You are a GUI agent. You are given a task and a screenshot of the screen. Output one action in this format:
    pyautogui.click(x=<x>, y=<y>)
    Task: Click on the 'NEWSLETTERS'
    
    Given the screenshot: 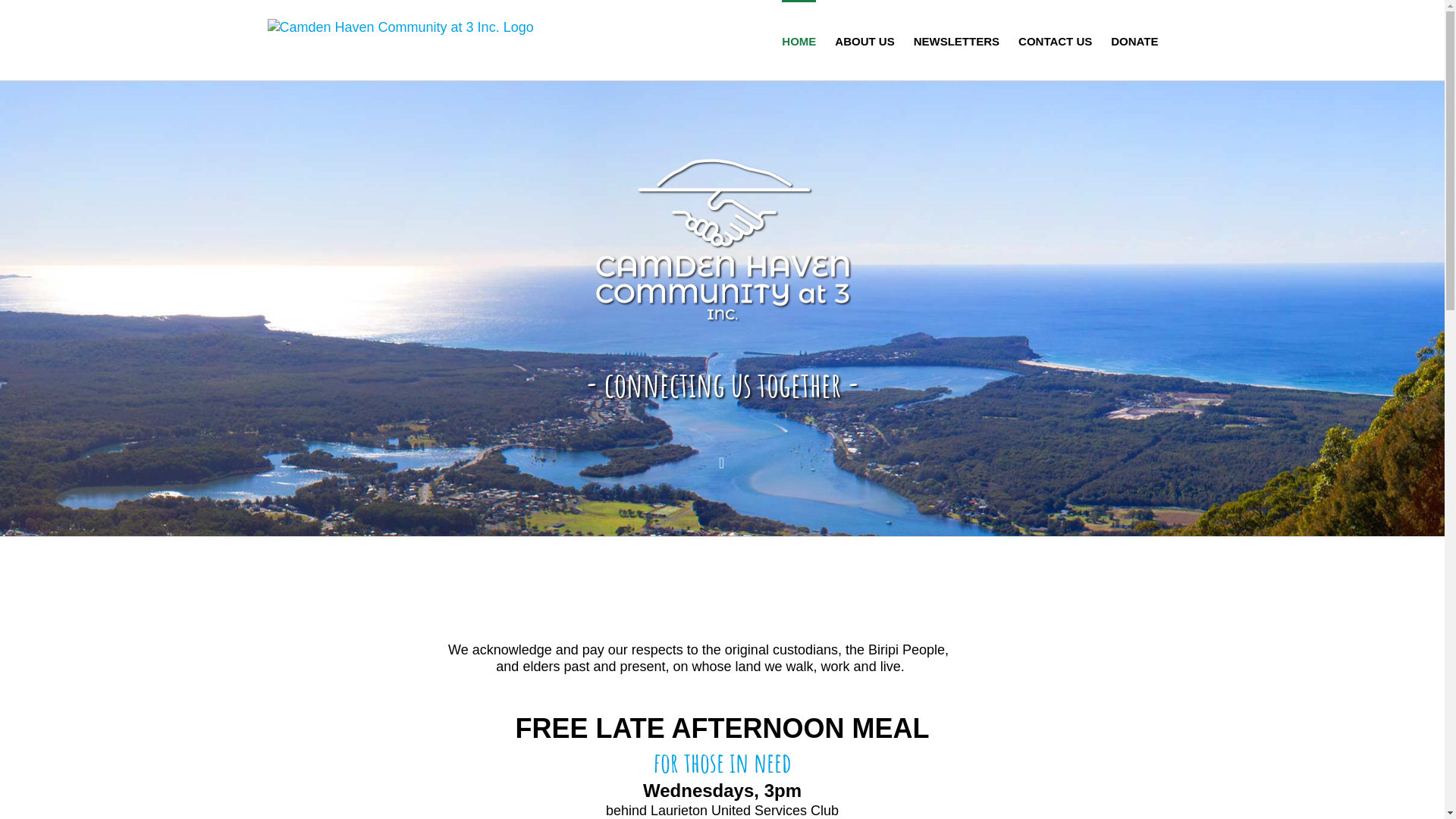 What is the action you would take?
    pyautogui.click(x=955, y=39)
    